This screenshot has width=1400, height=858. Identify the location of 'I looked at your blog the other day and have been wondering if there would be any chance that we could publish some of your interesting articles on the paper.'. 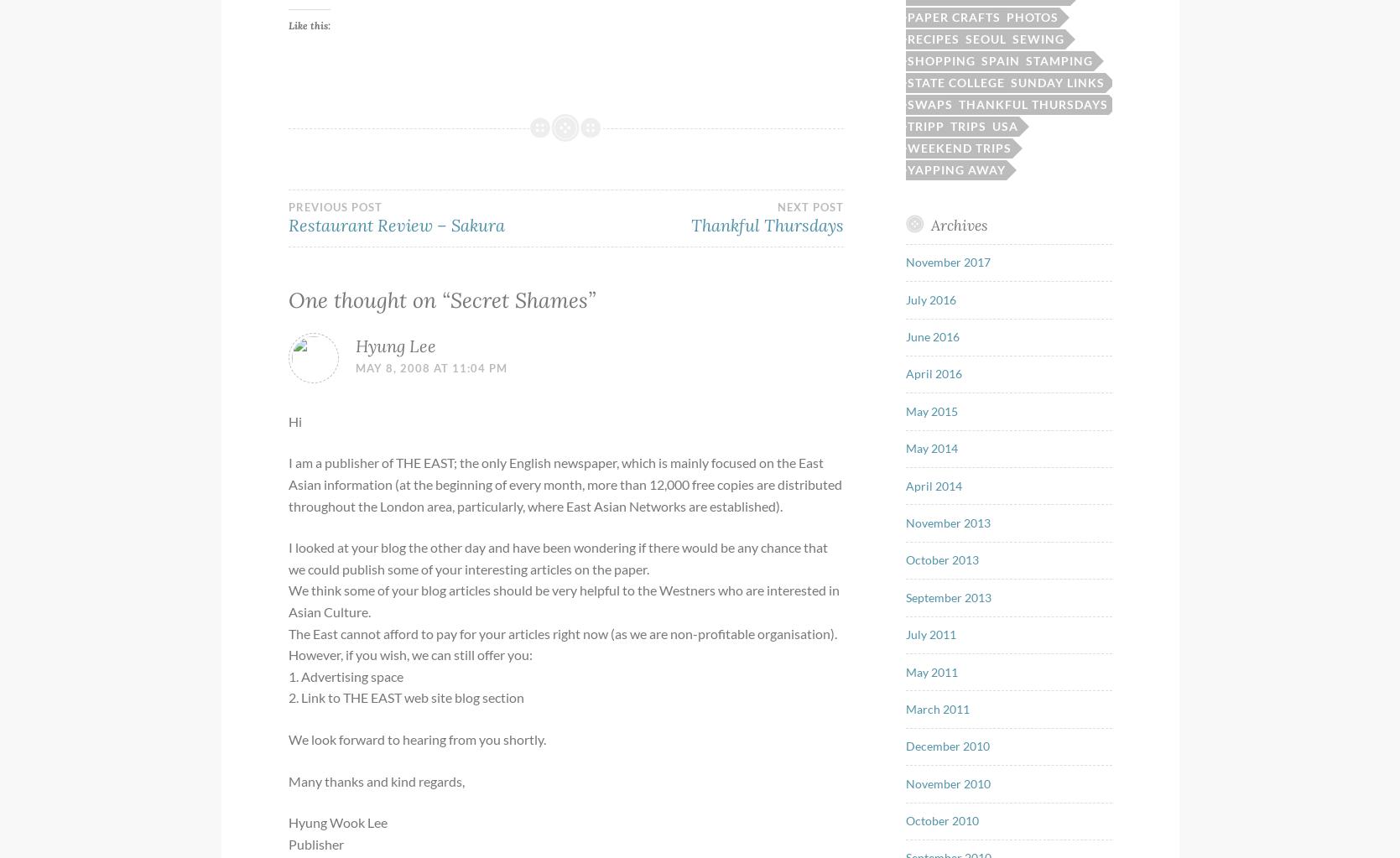
(557, 557).